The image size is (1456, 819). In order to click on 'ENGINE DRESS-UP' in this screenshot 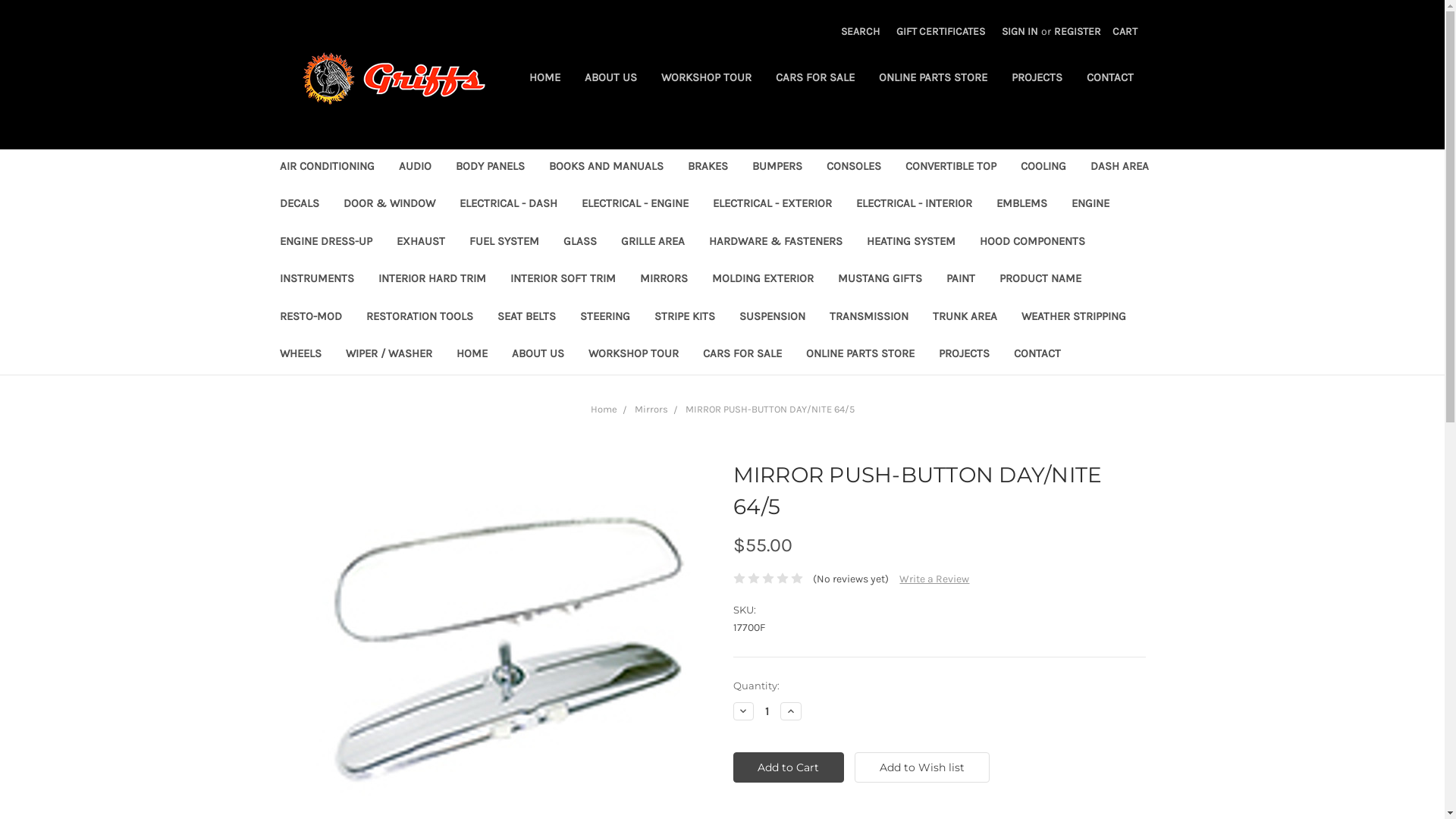, I will do `click(324, 242)`.